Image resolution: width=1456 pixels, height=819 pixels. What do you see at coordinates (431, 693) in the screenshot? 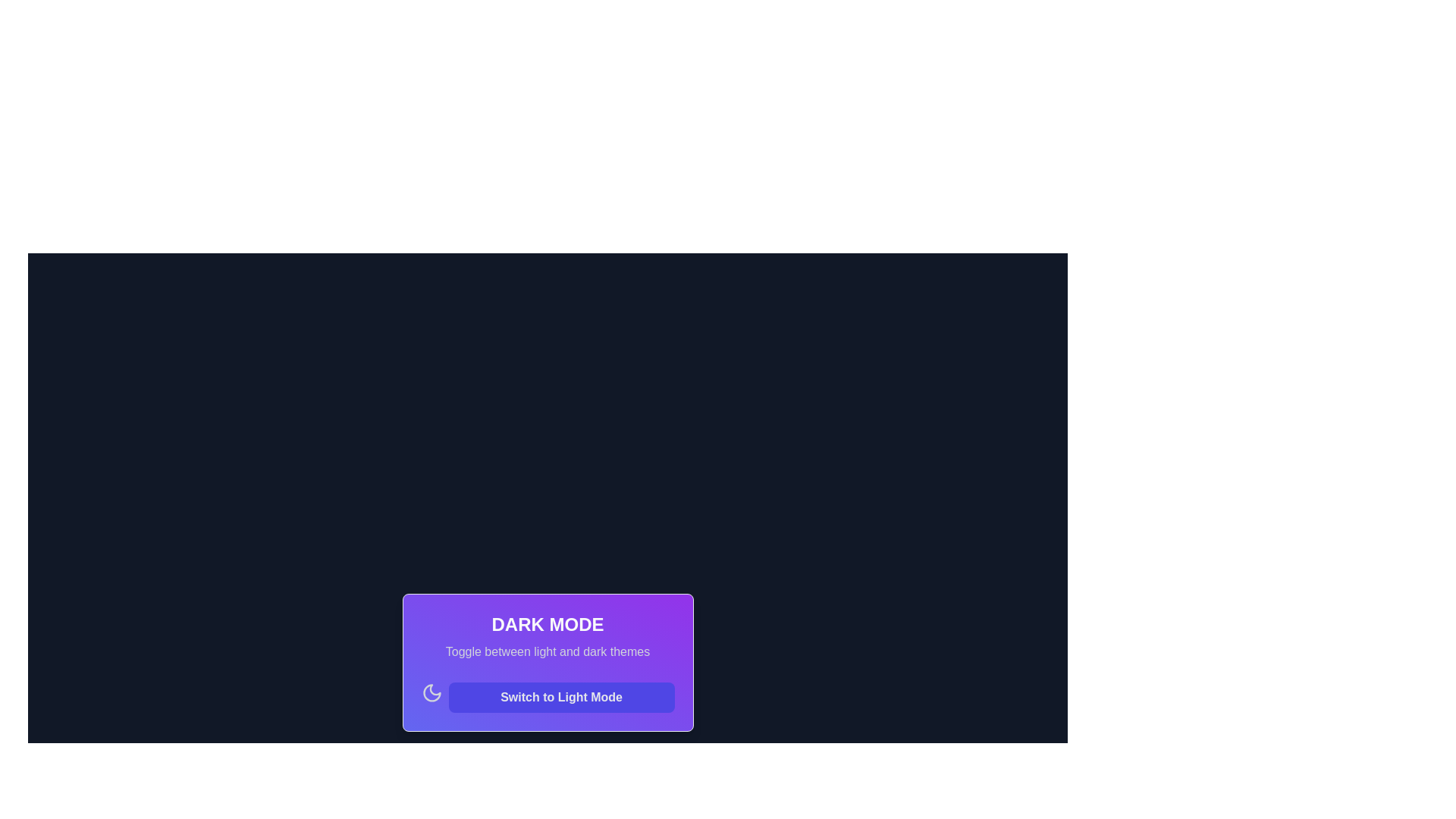
I see `the Dark Mode icon, which visually represents the concept of toggling between light and dark themes, located in the bottom section of the interface inside a purple card labeled 'DARK MODE'` at bounding box center [431, 693].